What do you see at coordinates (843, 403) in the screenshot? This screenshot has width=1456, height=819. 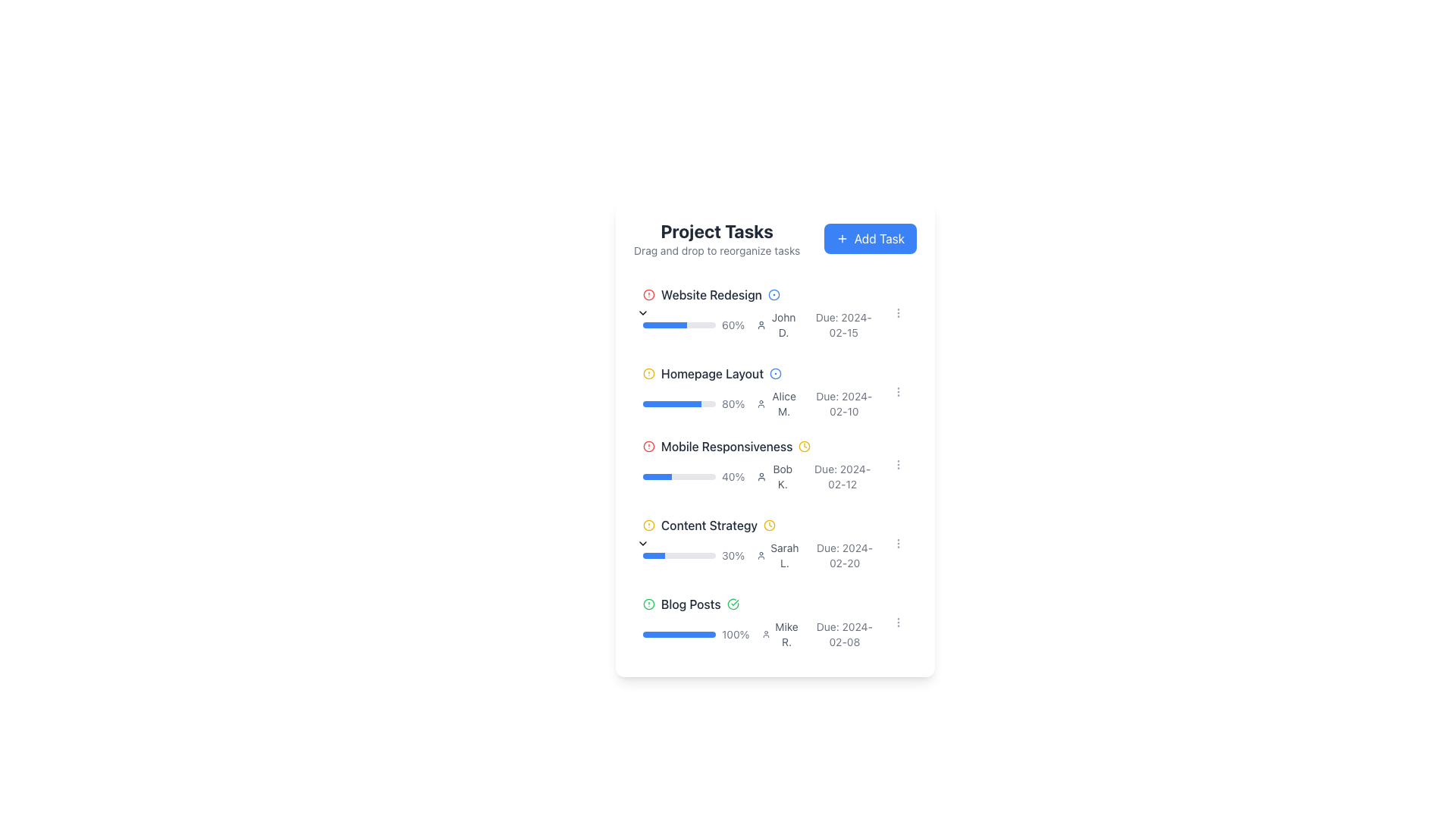 I see `text label displaying 'Due: 2024-02-10' in gray font color, which is positioned to the right of 'Alice M.' in the second row of task details for the 'Homepage Layout' task` at bounding box center [843, 403].